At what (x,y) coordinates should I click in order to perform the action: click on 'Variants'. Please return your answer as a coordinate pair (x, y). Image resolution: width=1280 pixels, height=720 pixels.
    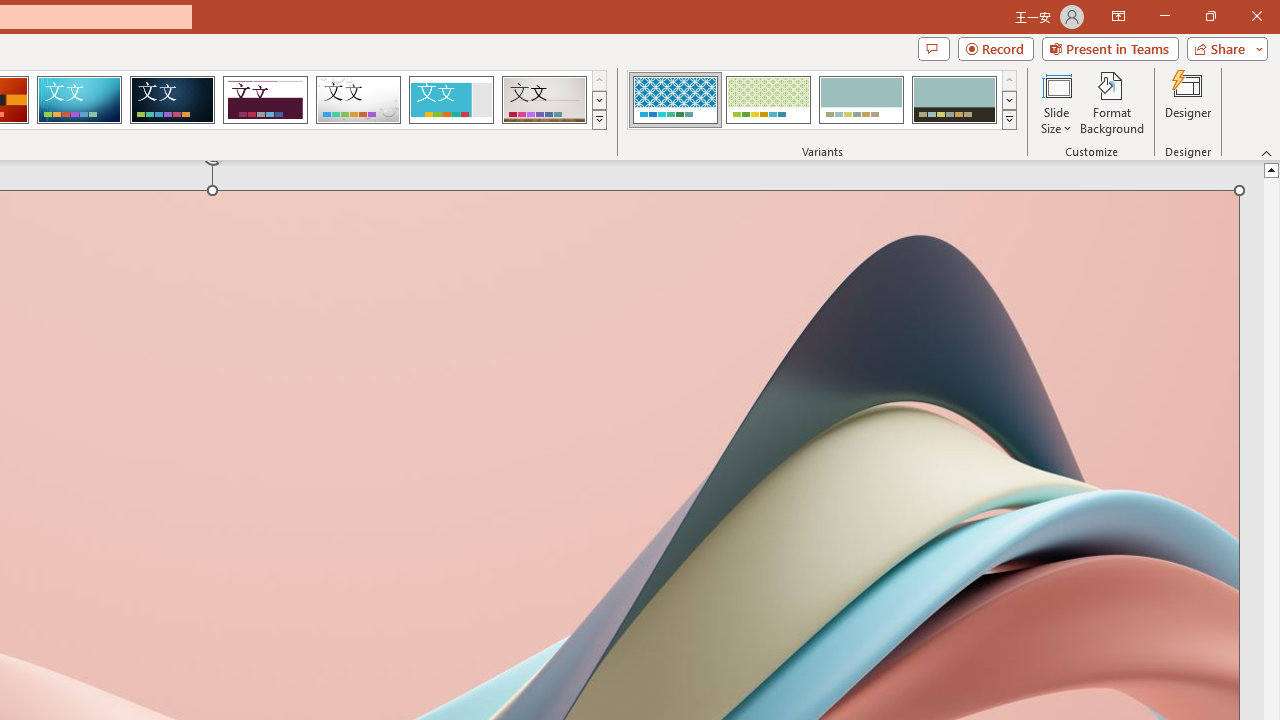
    Looking at the image, I should click on (1009, 120).